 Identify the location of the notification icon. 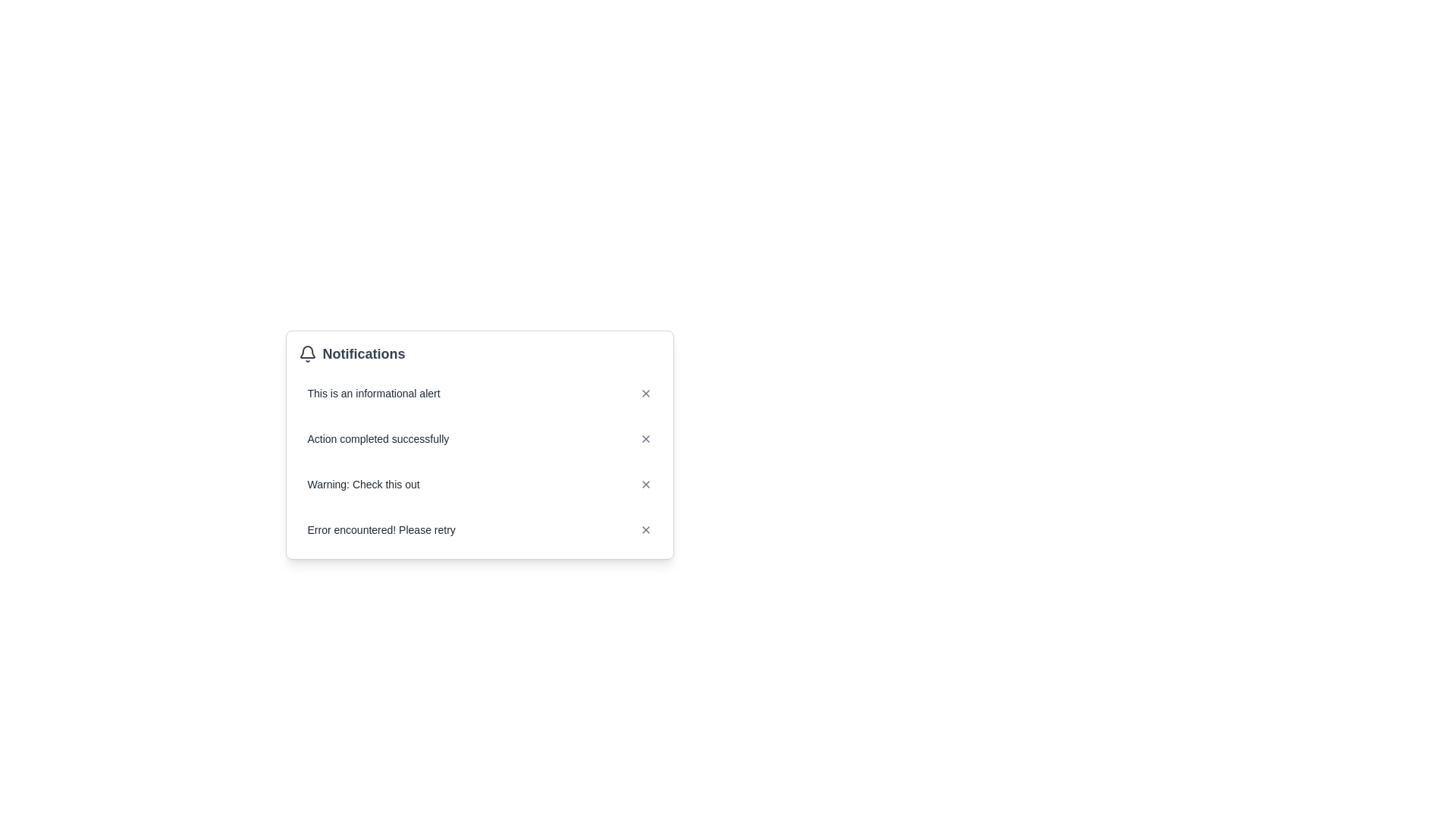
(306, 353).